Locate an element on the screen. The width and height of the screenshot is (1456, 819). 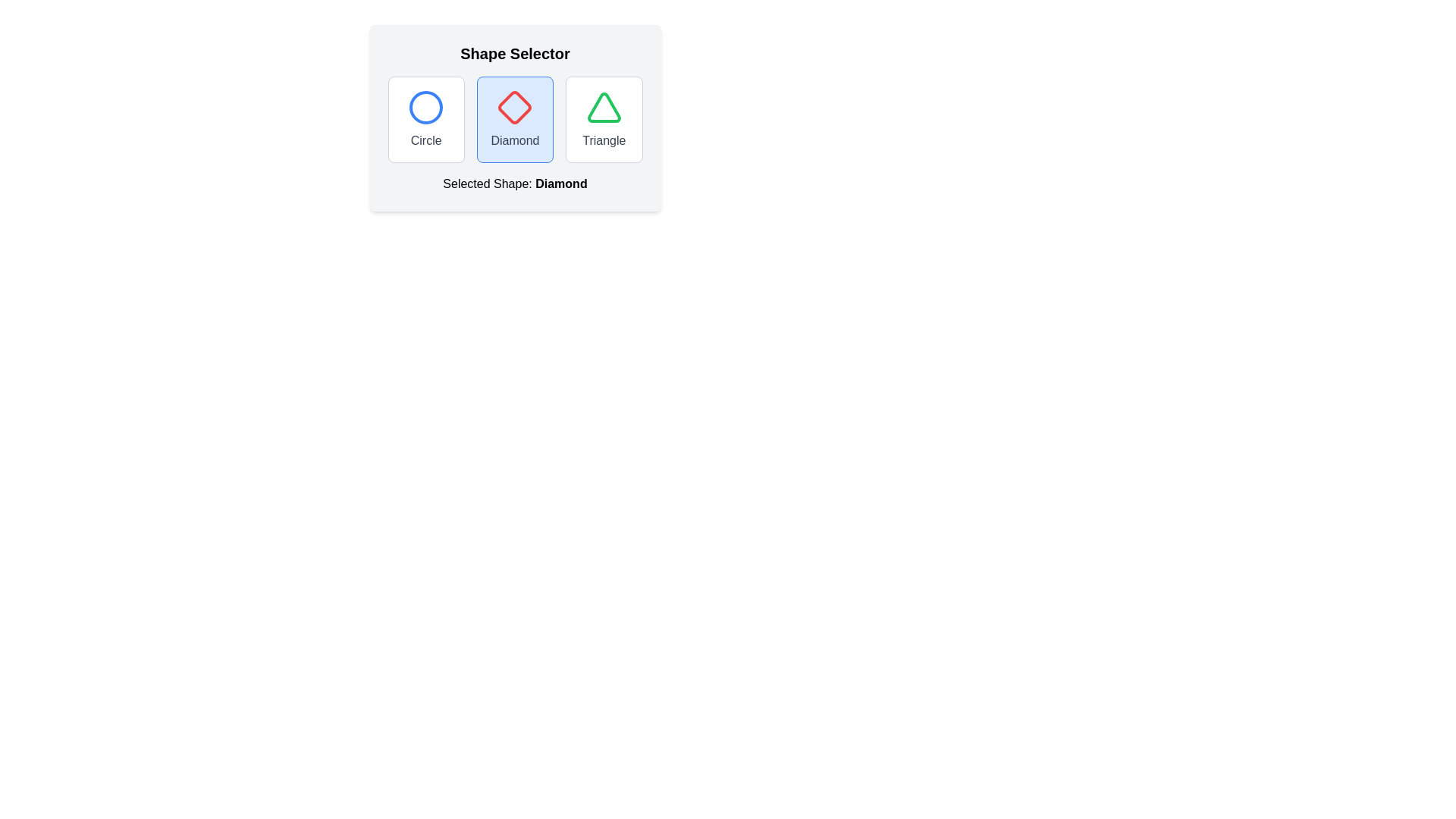
the triangular icon with a green border, which is the third option in the 'Shape Selector', located above the text 'Triangle' is located at coordinates (603, 107).